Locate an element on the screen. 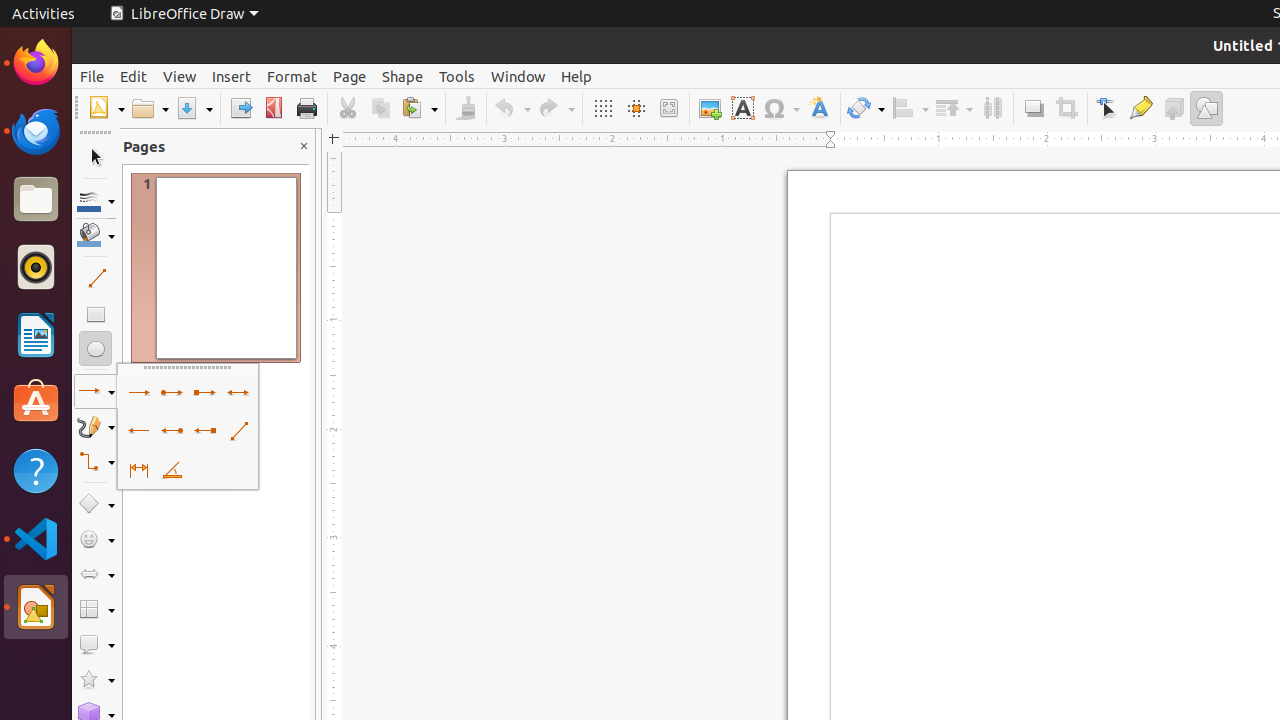  'Export' is located at coordinates (240, 108).